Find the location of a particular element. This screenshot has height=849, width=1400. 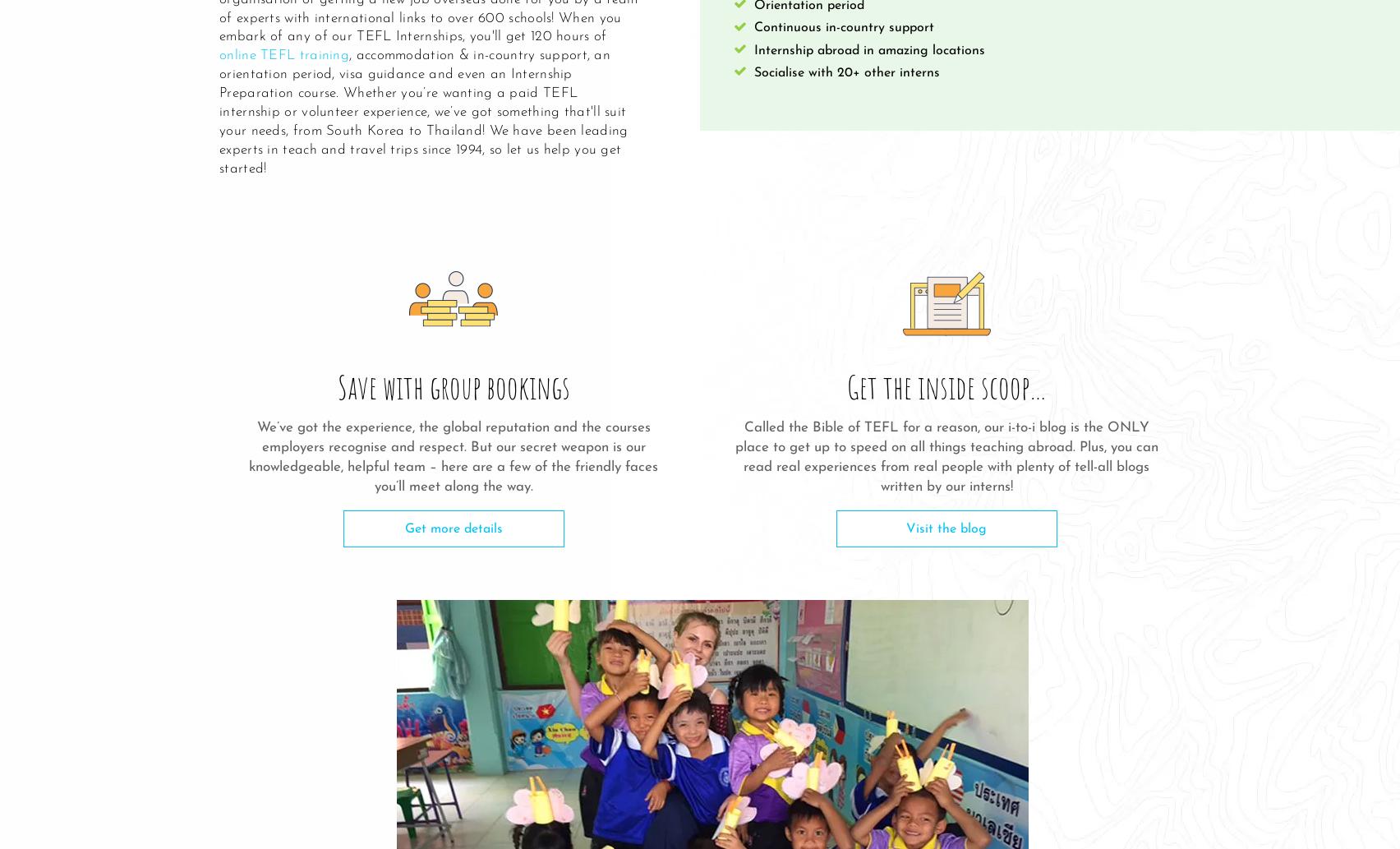

'We’ve got the experience, the global reputation and the courses employers recognise and respect. But our secret weapon is our knowledgeable, helpful team – here are a few of the friendly faces you’ll meet along the way.' is located at coordinates (247, 455).